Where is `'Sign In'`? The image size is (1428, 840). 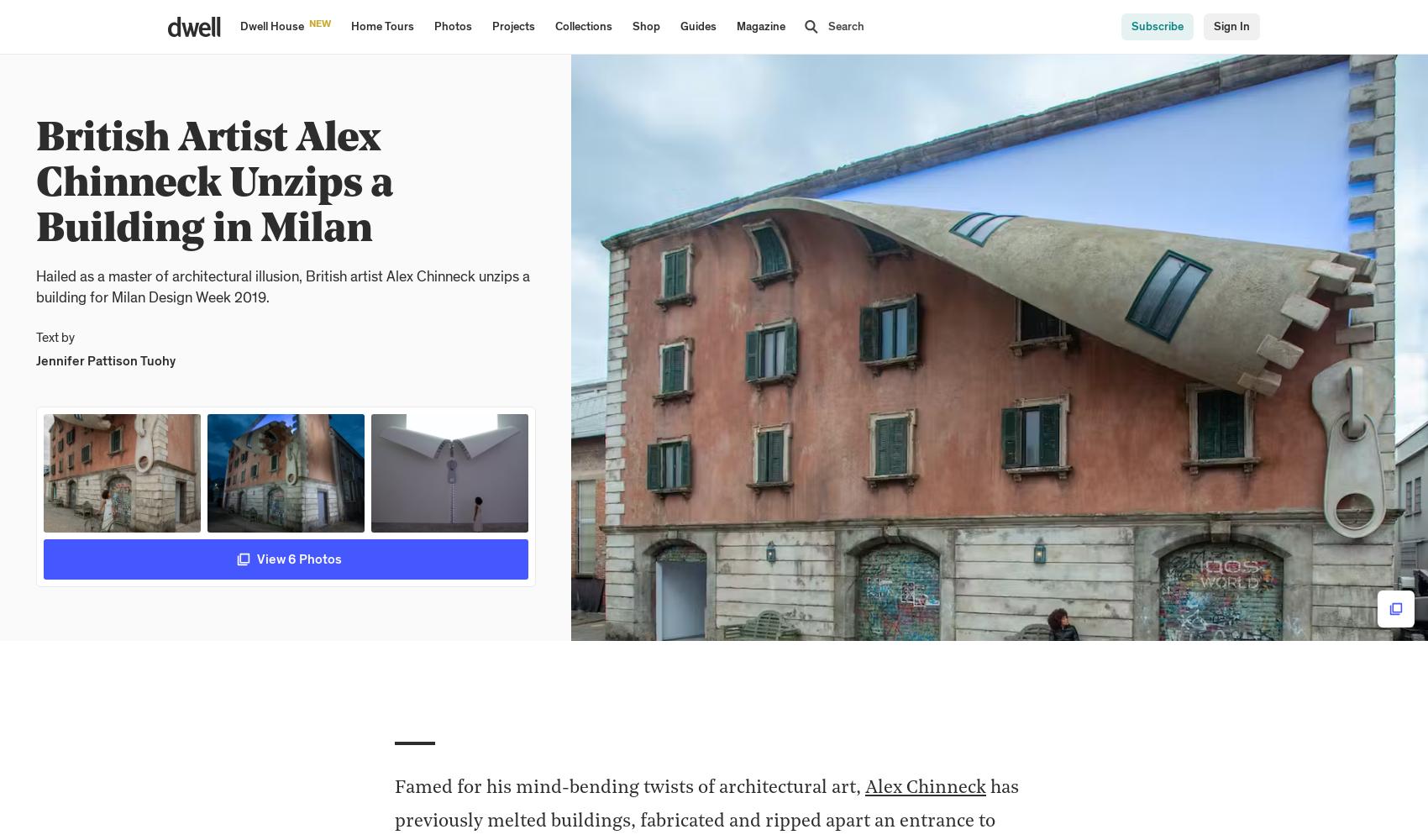
'Sign In' is located at coordinates (1231, 27).